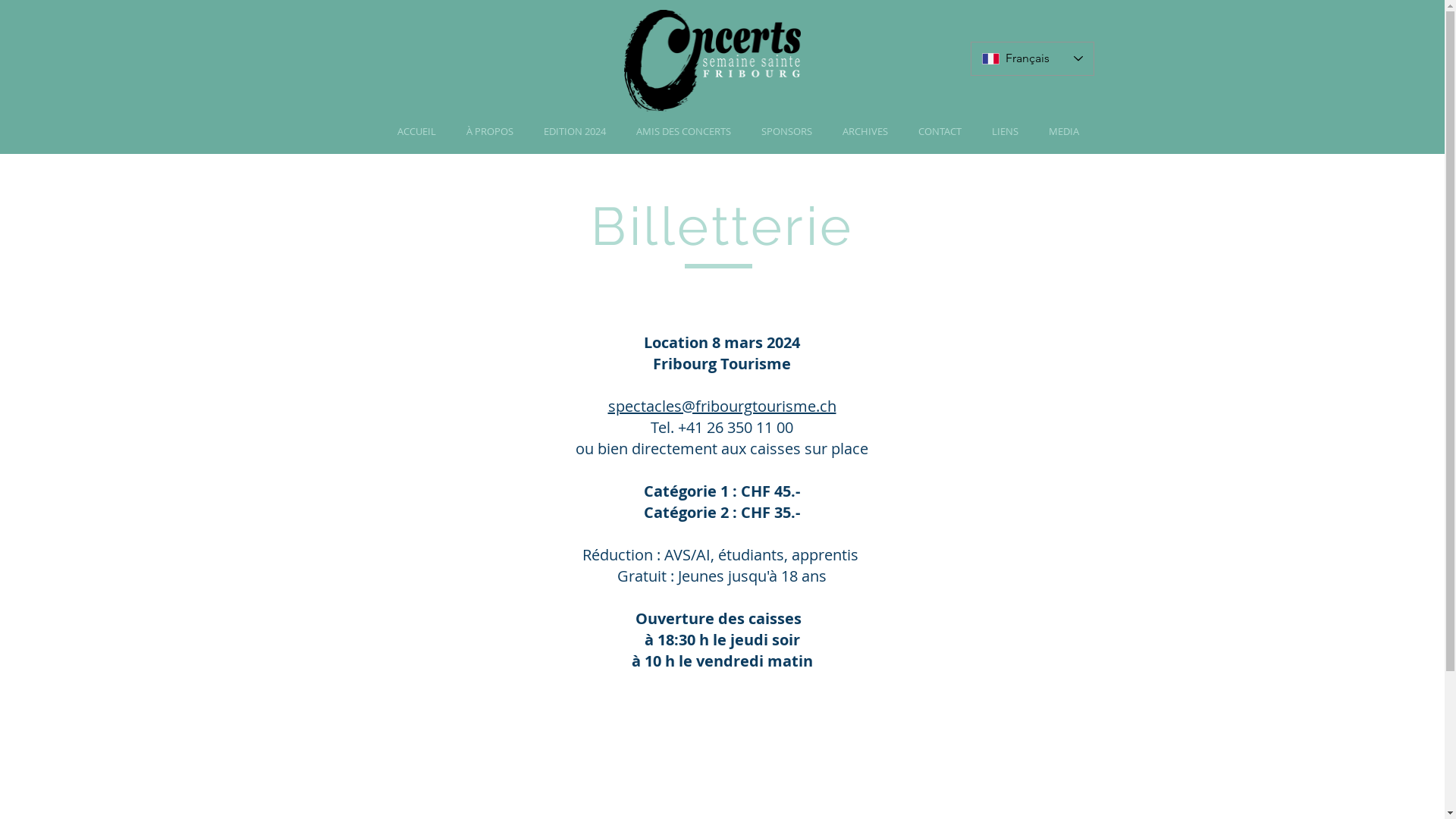 This screenshot has height=819, width=1456. What do you see at coordinates (1005, 130) in the screenshot?
I see `'LIENS'` at bounding box center [1005, 130].